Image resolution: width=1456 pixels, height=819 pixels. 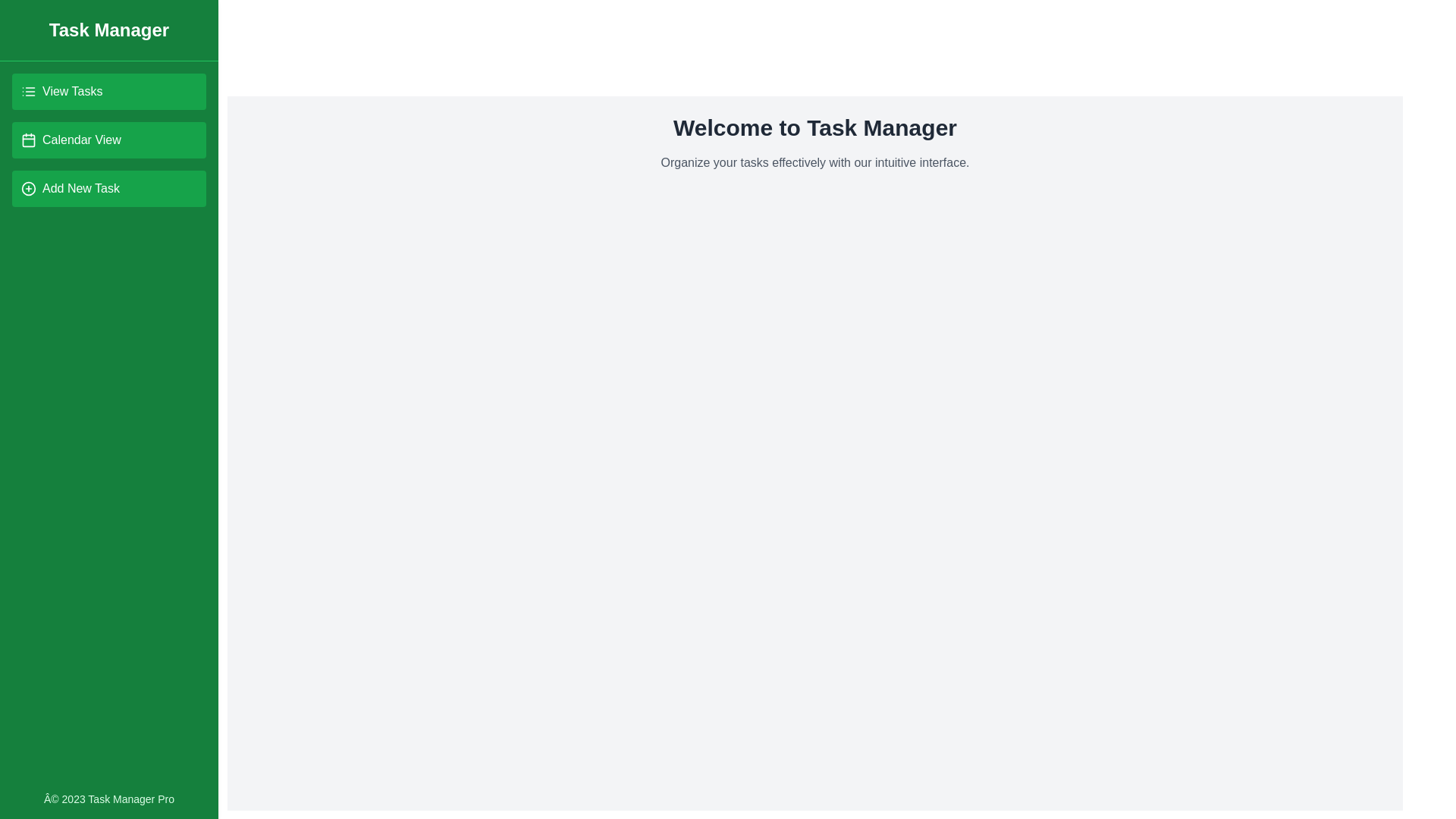 I want to click on the 'Calendar View' button, so click(x=108, y=140).